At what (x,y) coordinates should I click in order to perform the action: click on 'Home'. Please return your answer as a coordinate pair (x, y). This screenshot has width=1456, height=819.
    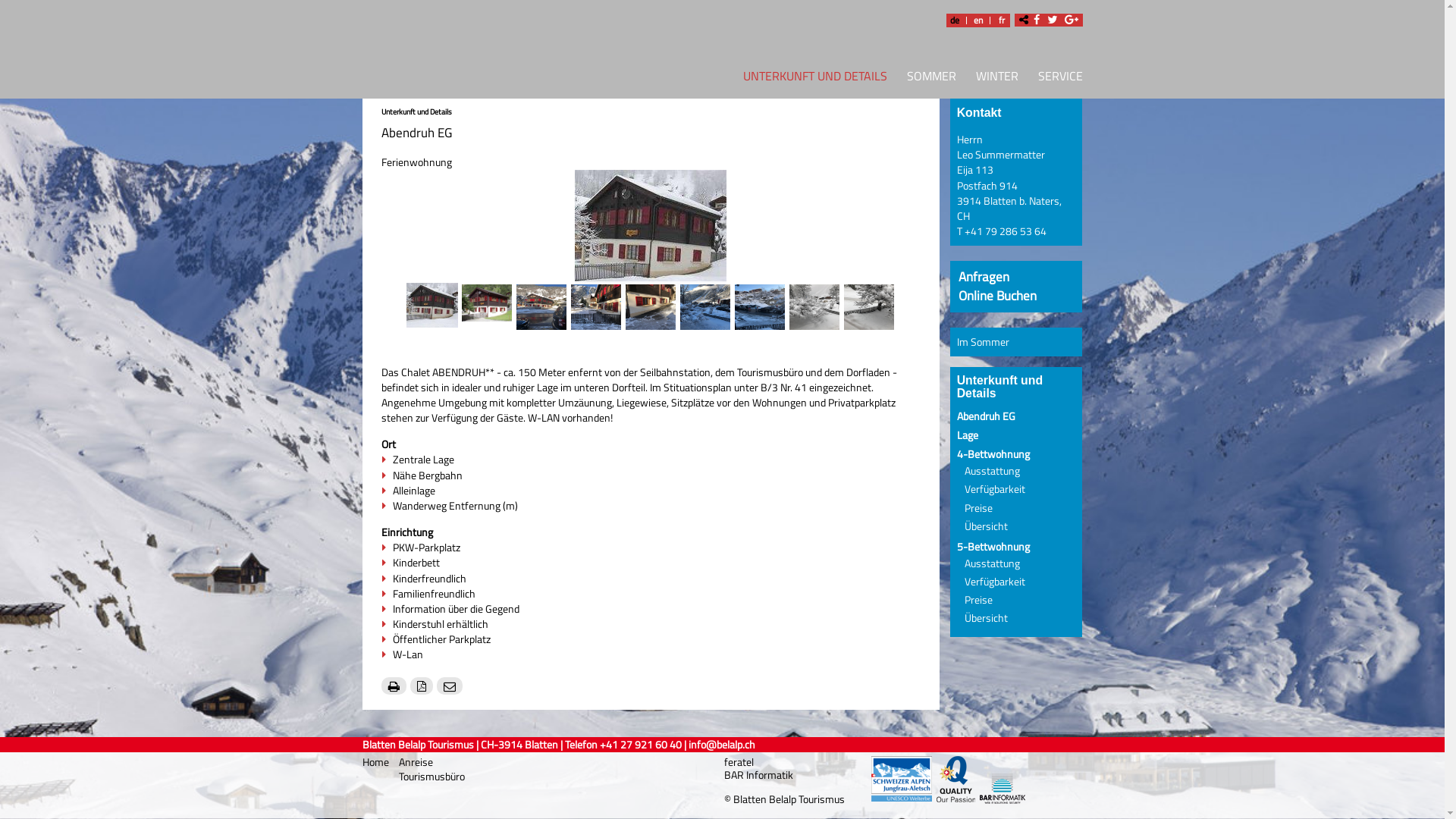
    Looking at the image, I should click on (377, 762).